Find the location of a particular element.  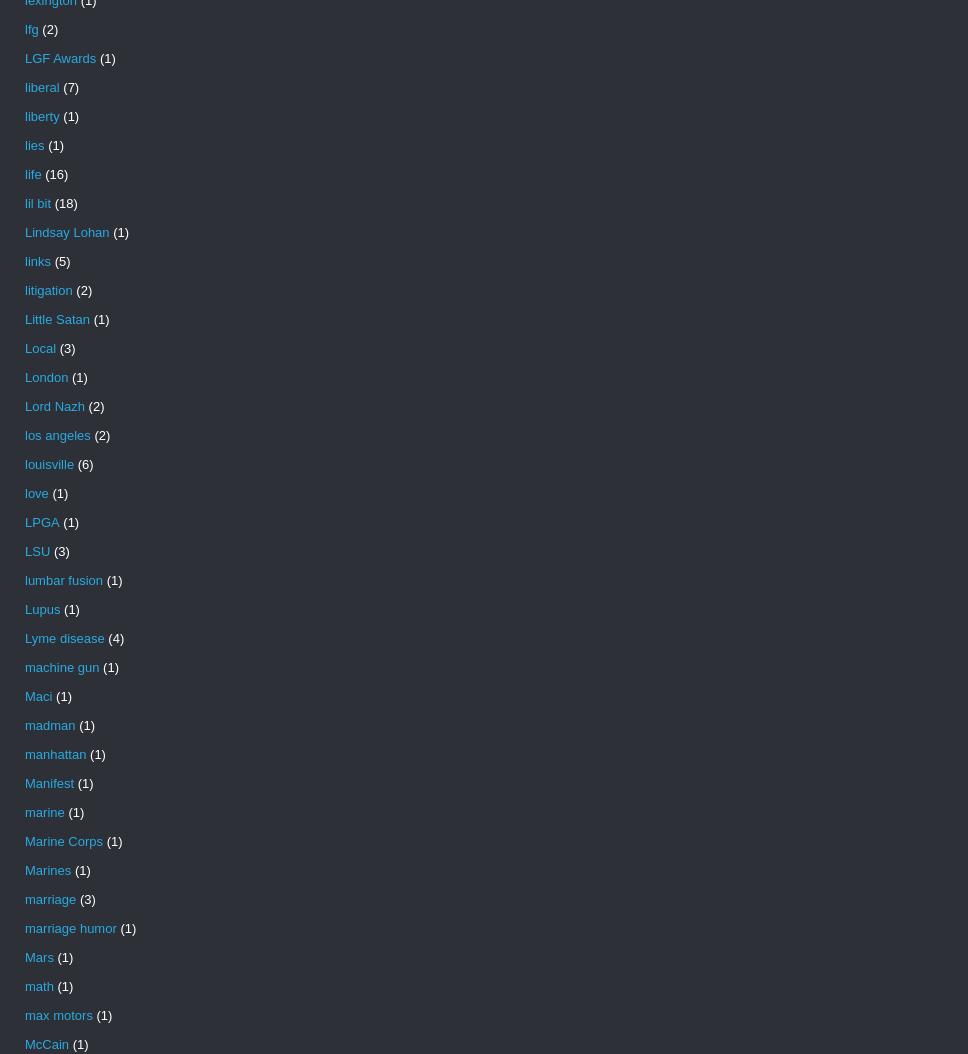

'litigation' is located at coordinates (47, 289).